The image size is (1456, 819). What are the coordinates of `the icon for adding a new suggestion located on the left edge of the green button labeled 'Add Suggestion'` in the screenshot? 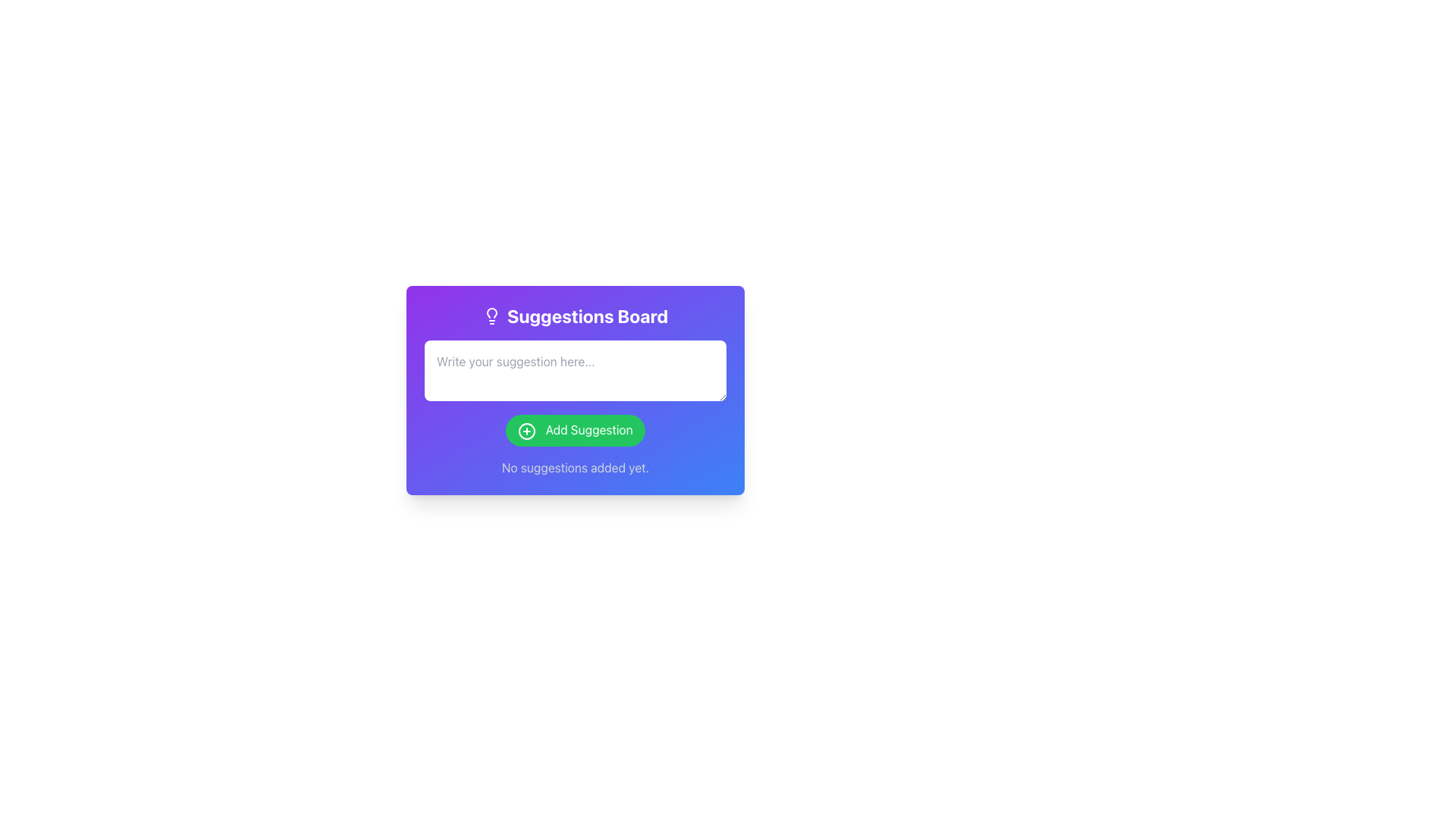 It's located at (527, 431).